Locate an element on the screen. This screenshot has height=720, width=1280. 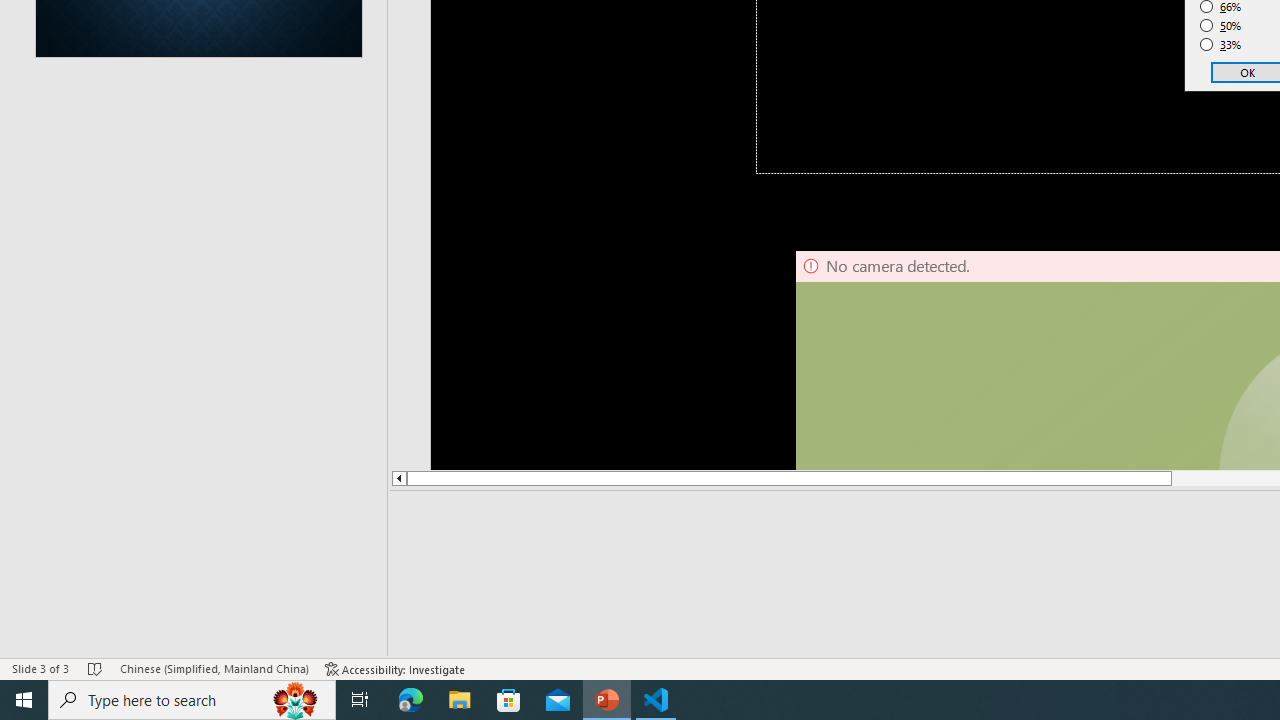
'File Explorer' is located at coordinates (459, 698).